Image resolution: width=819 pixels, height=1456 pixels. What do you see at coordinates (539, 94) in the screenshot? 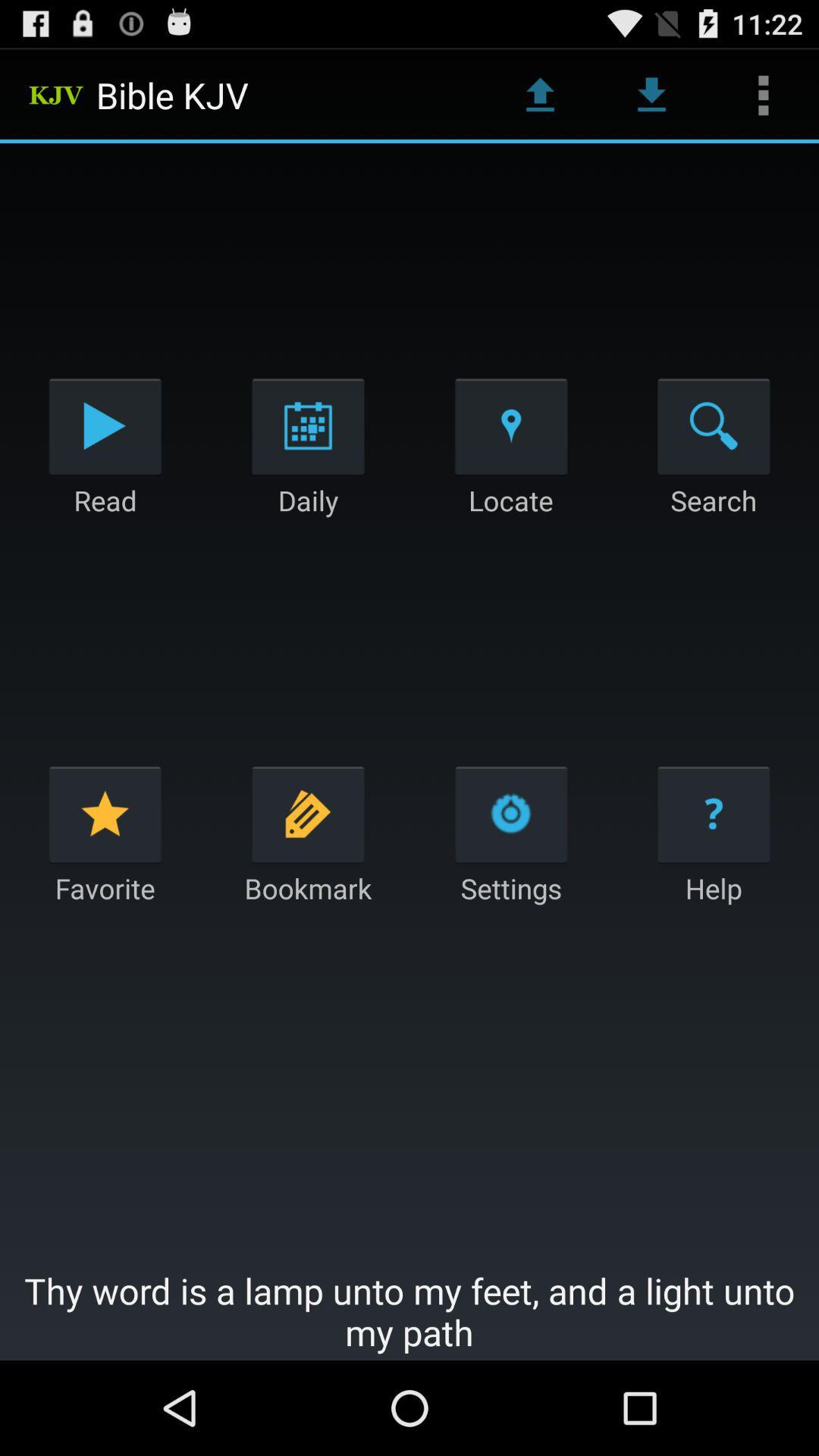
I see `the item to the right of the bible kjv` at bounding box center [539, 94].